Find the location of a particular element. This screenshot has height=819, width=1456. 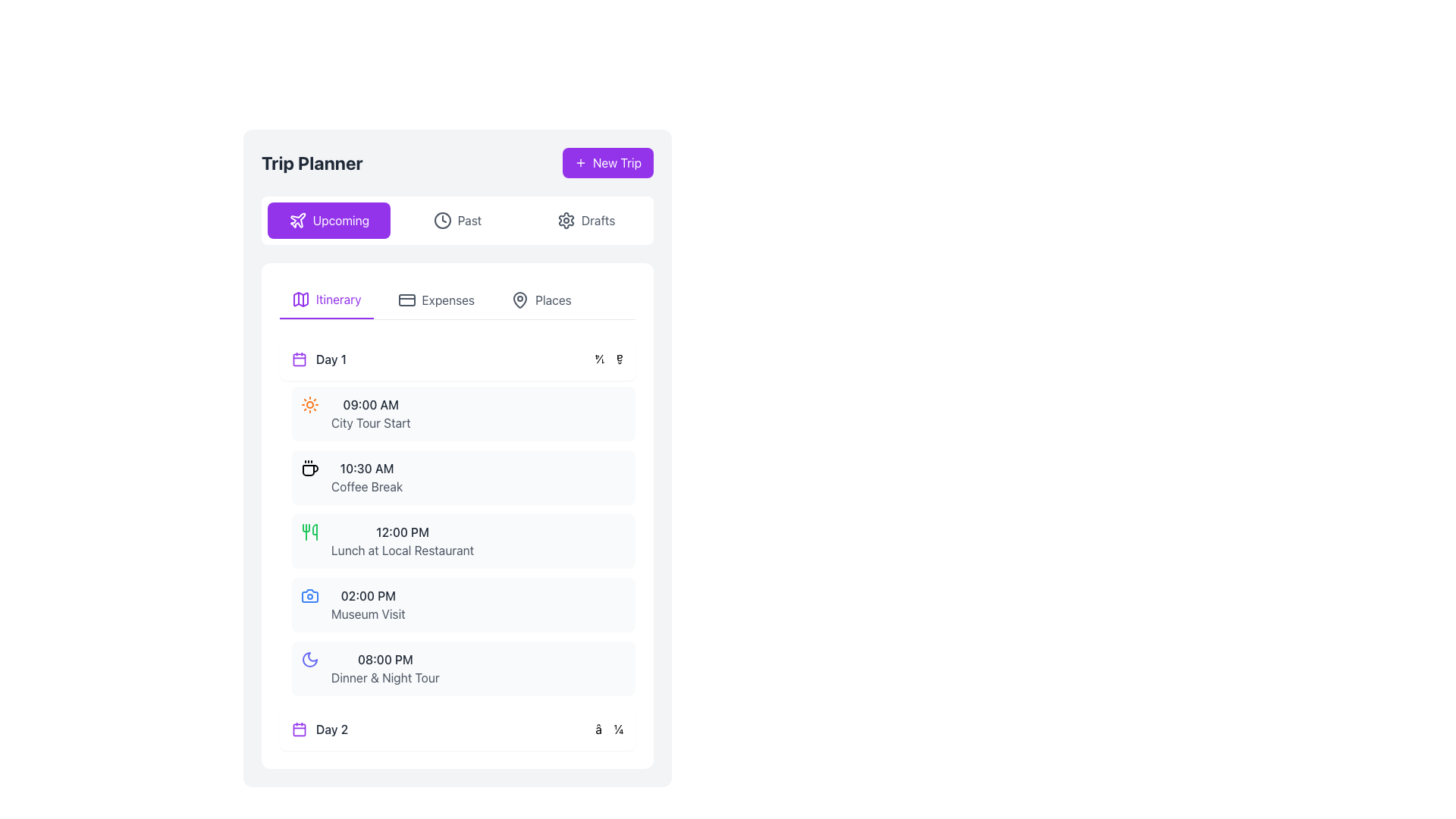

the text label displaying '09:00 AM' above 'City Tour Start', which is styled with bold dark gray font and lighter gray for the event description, located in the itinerary section under 'Day 1' is located at coordinates (371, 414).